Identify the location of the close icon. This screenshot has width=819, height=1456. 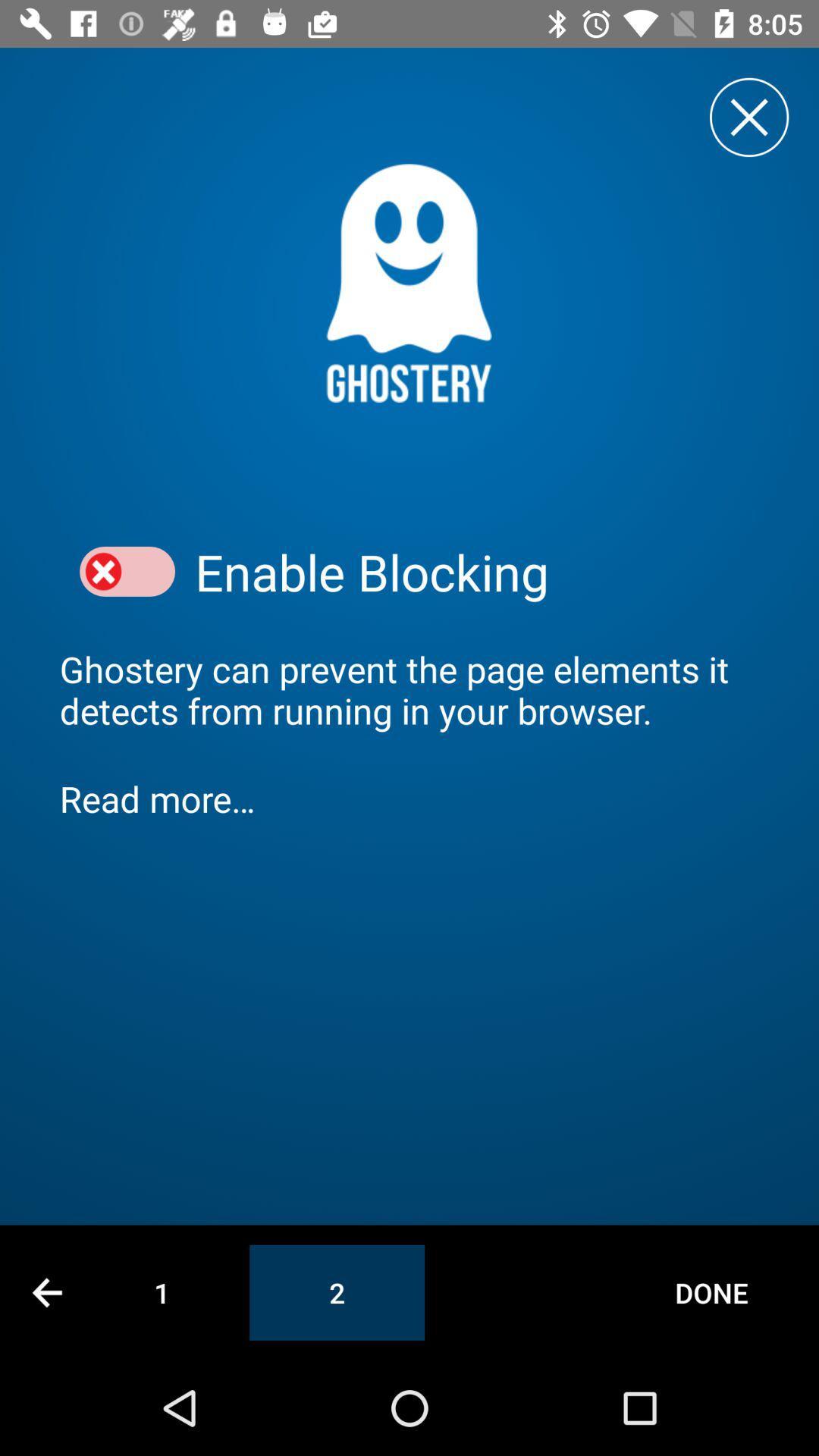
(748, 116).